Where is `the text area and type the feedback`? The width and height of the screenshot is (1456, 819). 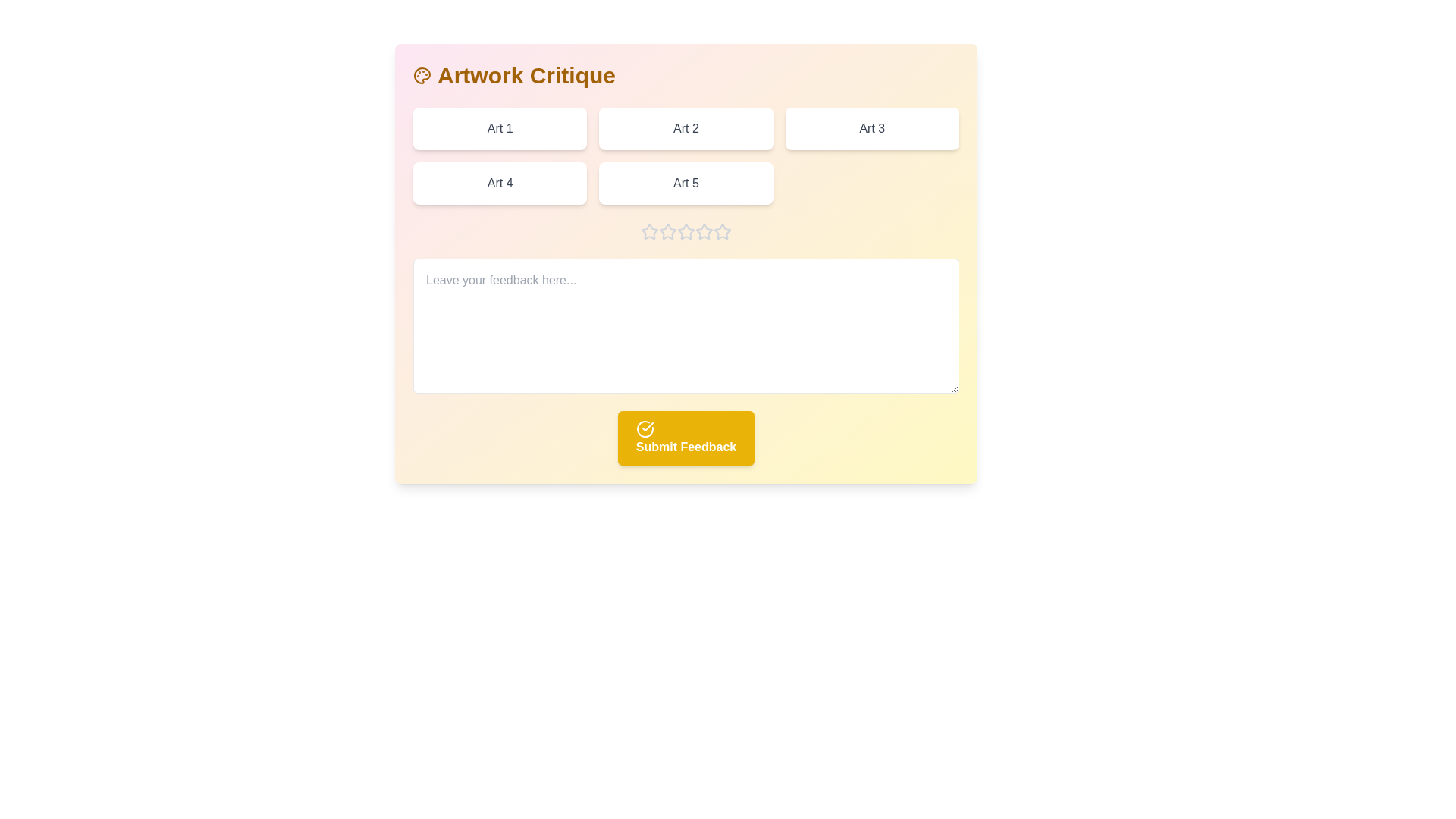 the text area and type the feedback is located at coordinates (686, 325).